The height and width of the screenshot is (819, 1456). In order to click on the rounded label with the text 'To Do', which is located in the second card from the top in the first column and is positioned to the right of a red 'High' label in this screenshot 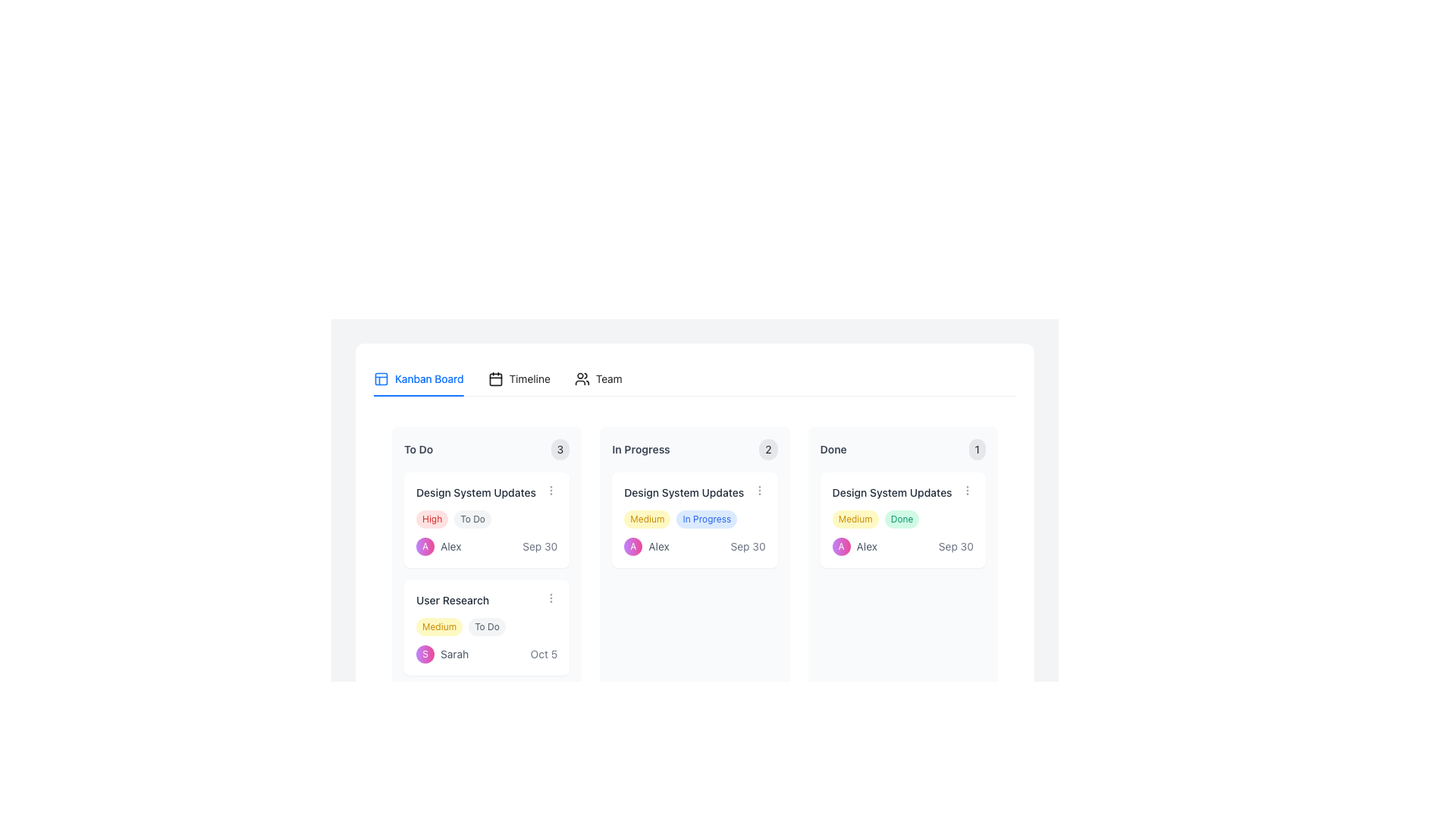, I will do `click(472, 519)`.